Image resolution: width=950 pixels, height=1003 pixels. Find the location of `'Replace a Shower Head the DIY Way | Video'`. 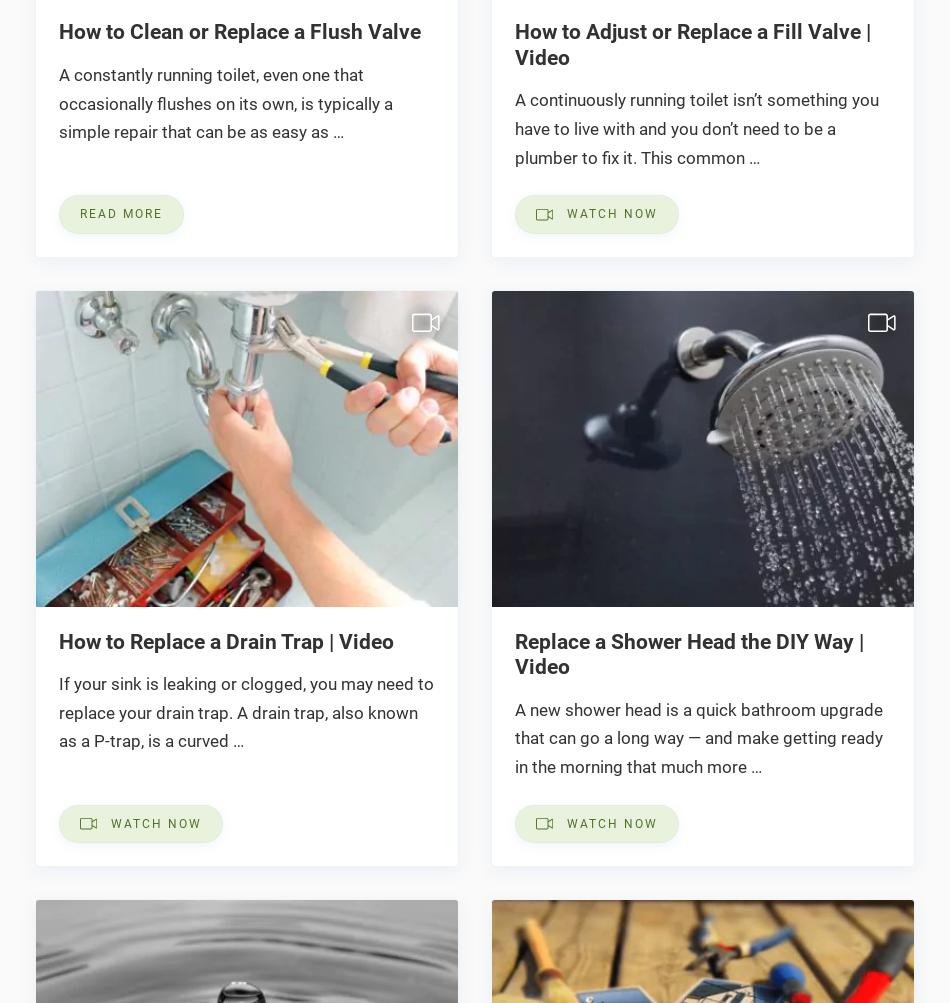

'Replace a Shower Head the DIY Way | Video' is located at coordinates (688, 653).